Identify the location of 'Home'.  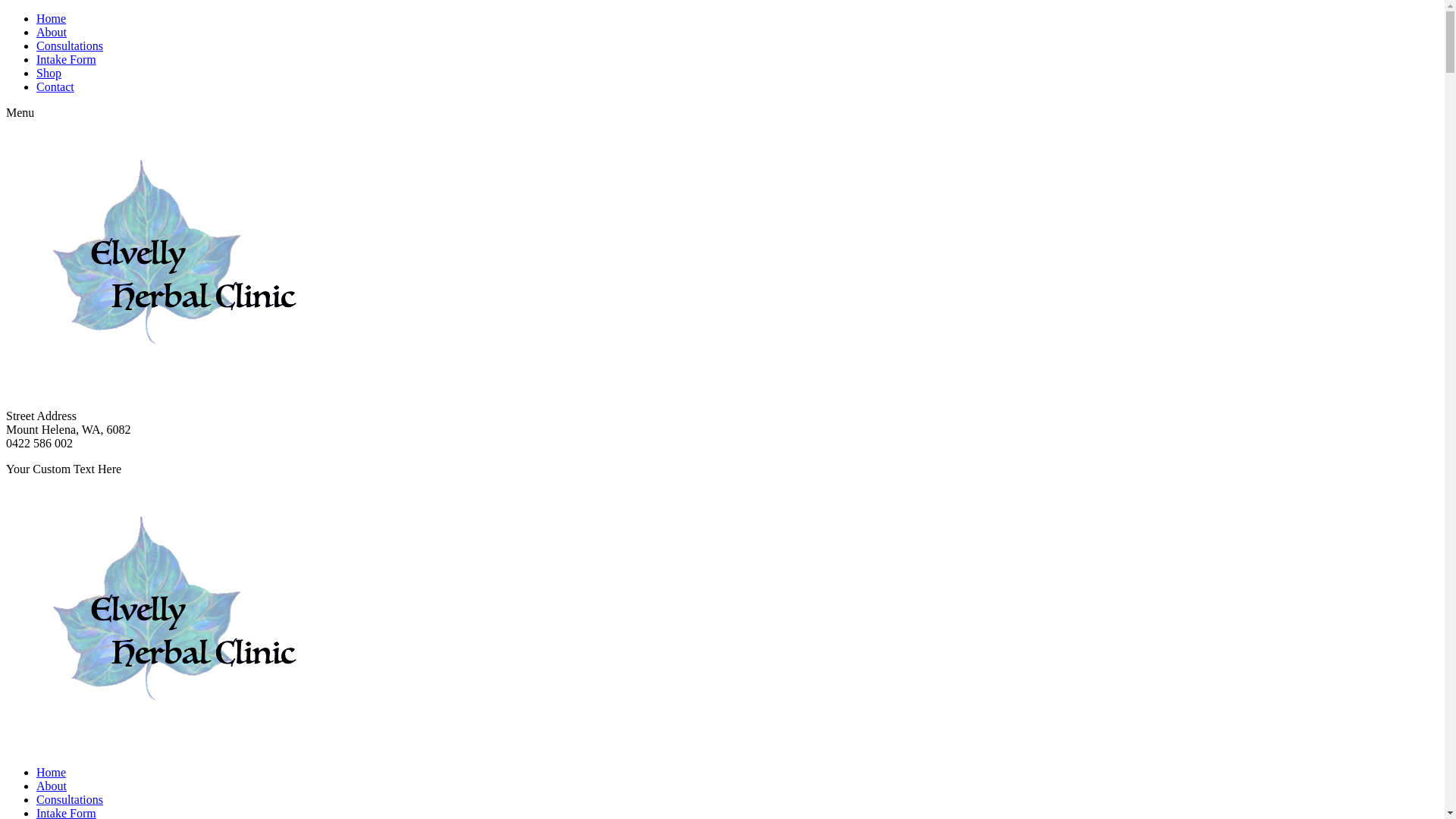
(51, 772).